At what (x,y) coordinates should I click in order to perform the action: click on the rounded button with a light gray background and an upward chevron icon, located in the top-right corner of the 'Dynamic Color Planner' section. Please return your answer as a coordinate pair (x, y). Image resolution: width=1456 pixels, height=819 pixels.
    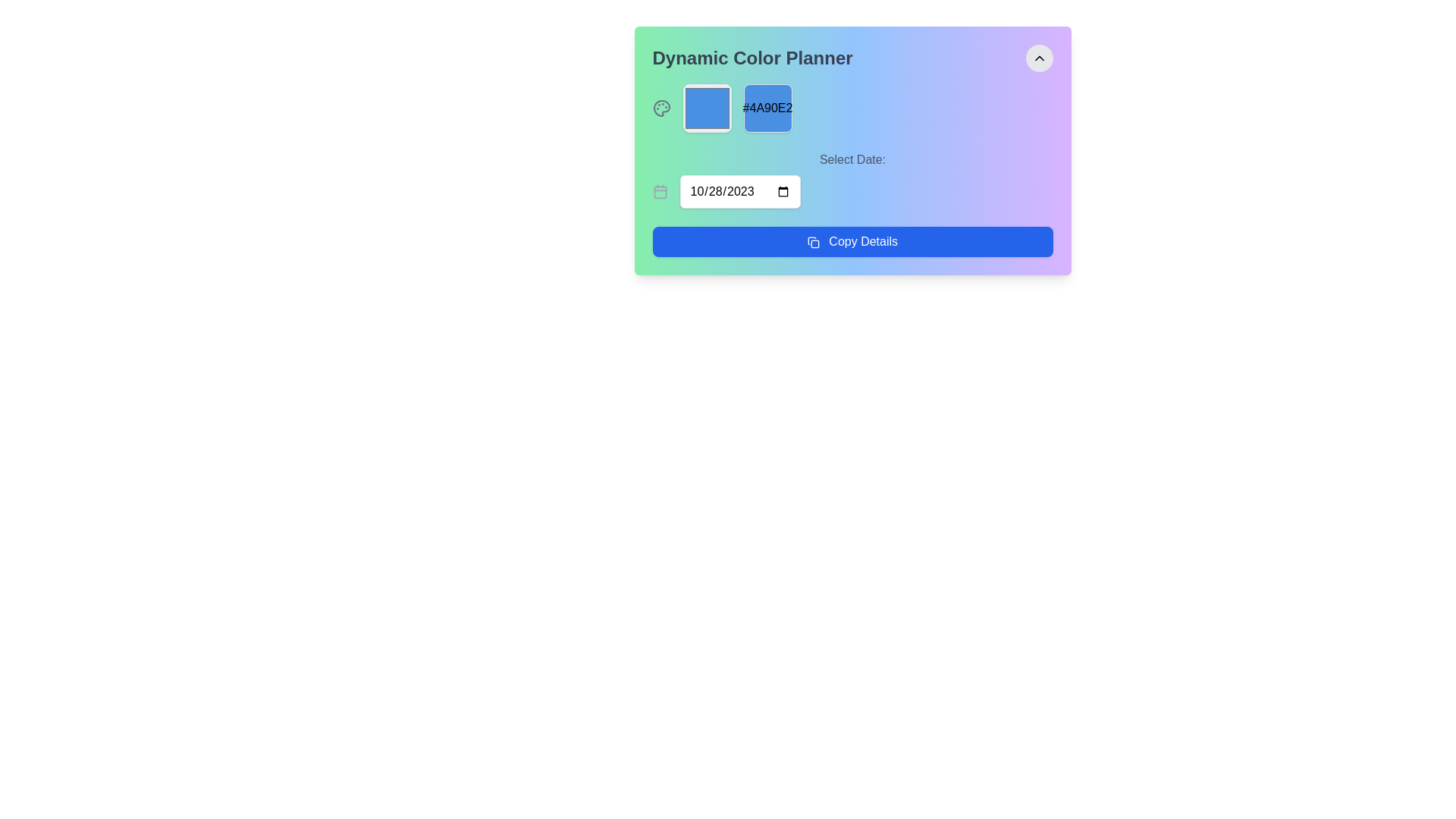
    Looking at the image, I should click on (1038, 58).